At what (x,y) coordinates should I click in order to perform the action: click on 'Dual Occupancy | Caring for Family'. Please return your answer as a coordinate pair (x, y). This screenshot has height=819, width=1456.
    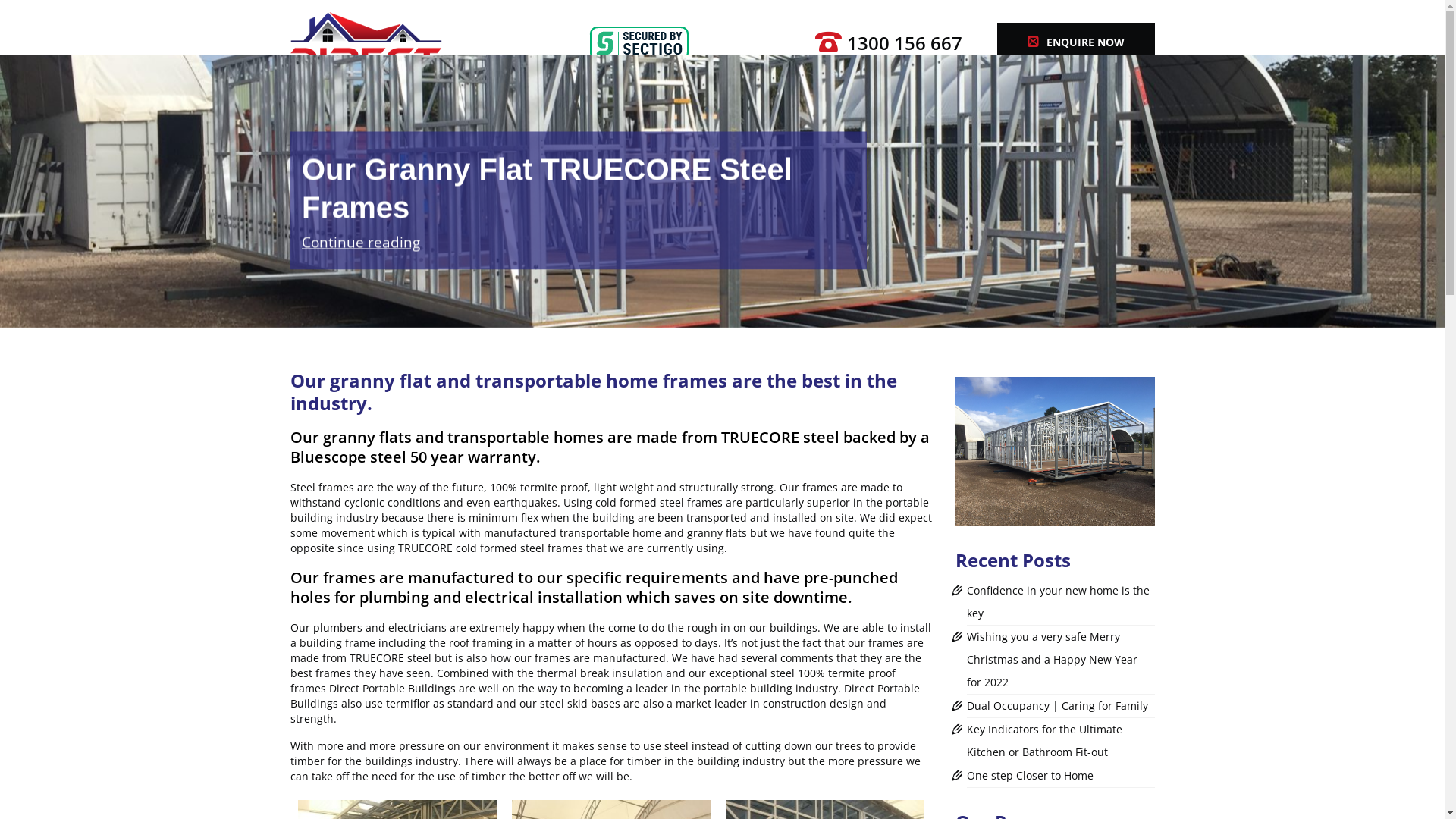
    Looking at the image, I should click on (1056, 705).